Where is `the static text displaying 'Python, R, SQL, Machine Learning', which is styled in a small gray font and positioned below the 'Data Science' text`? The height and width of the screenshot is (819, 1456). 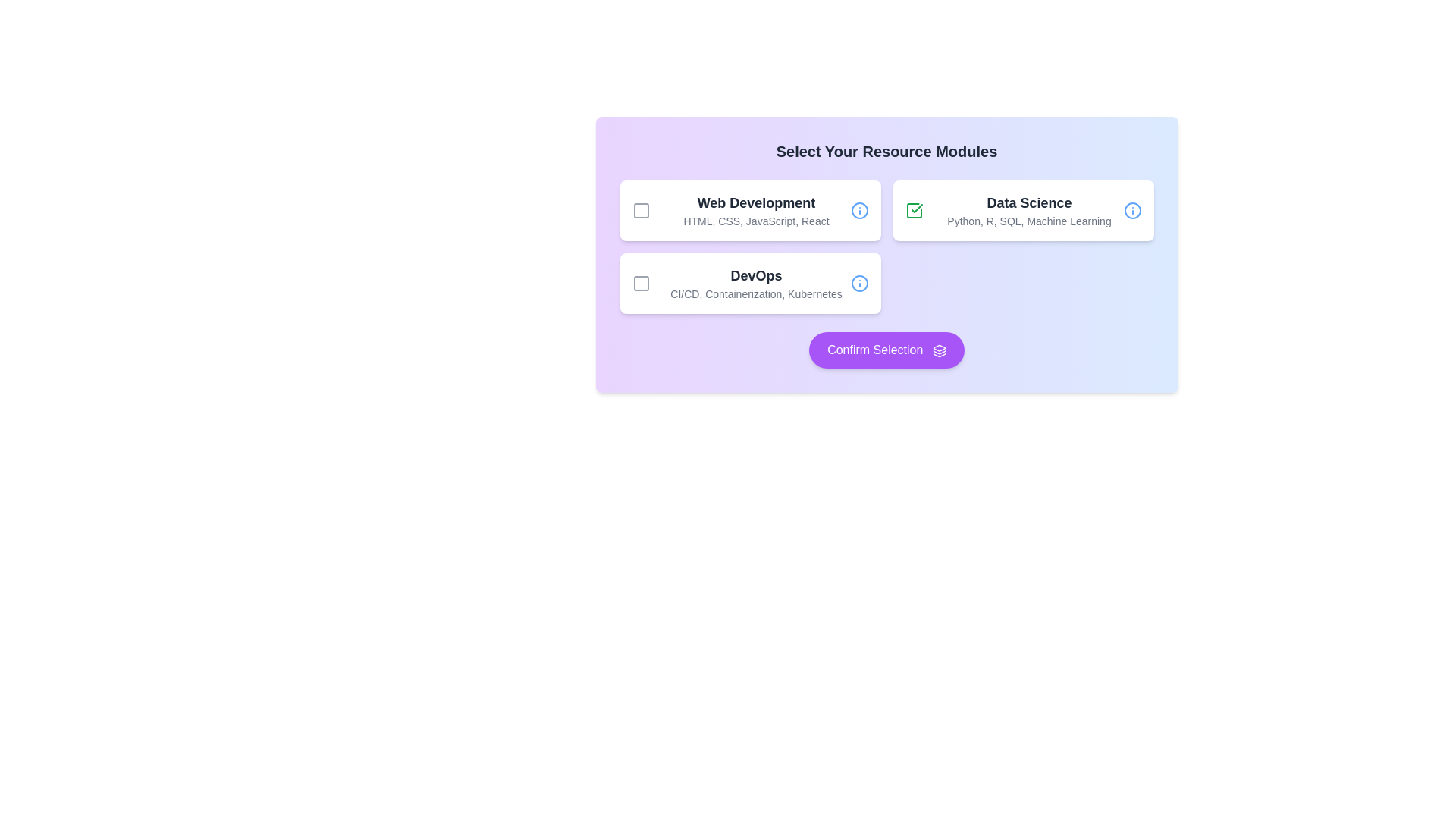 the static text displaying 'Python, R, SQL, Machine Learning', which is styled in a small gray font and positioned below the 'Data Science' text is located at coordinates (1029, 221).